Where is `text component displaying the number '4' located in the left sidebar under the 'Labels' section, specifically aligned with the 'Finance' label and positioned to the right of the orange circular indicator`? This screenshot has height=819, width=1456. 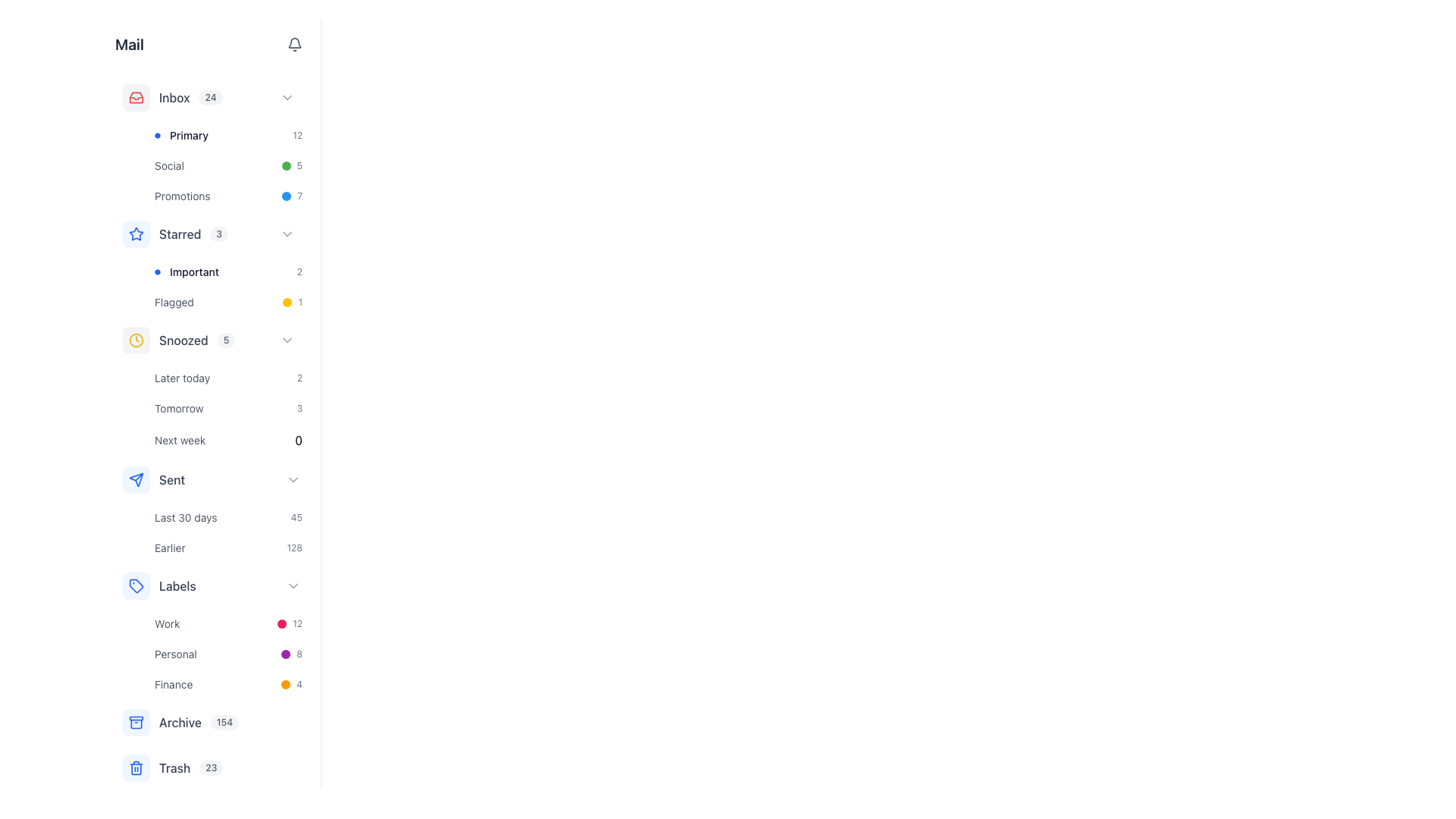 text component displaying the number '4' located in the left sidebar under the 'Labels' section, specifically aligned with the 'Finance' label and positioned to the right of the orange circular indicator is located at coordinates (300, 684).